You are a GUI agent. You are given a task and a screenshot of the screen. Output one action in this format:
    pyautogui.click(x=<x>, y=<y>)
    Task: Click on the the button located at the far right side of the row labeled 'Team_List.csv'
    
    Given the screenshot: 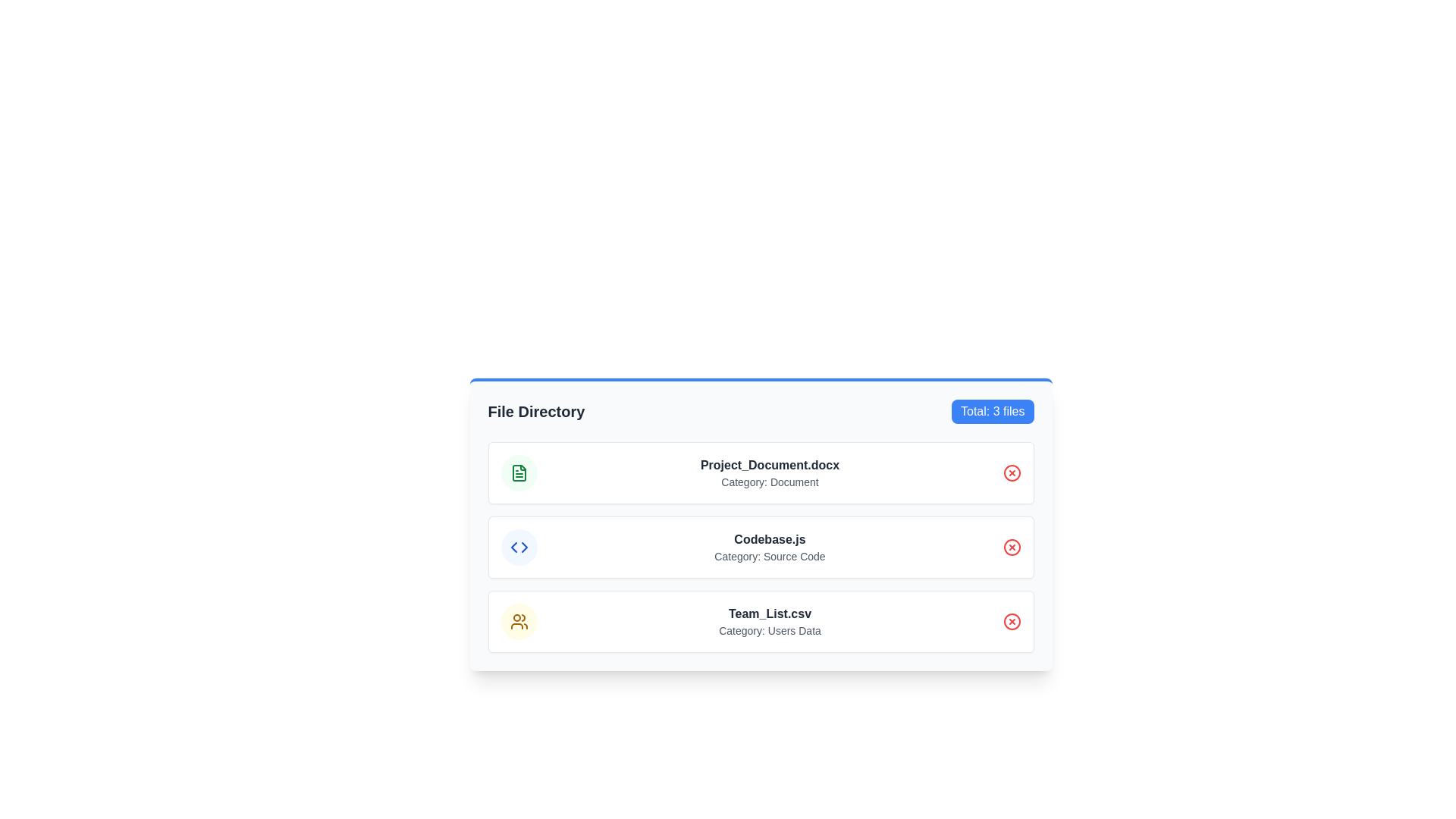 What is the action you would take?
    pyautogui.click(x=1012, y=622)
    